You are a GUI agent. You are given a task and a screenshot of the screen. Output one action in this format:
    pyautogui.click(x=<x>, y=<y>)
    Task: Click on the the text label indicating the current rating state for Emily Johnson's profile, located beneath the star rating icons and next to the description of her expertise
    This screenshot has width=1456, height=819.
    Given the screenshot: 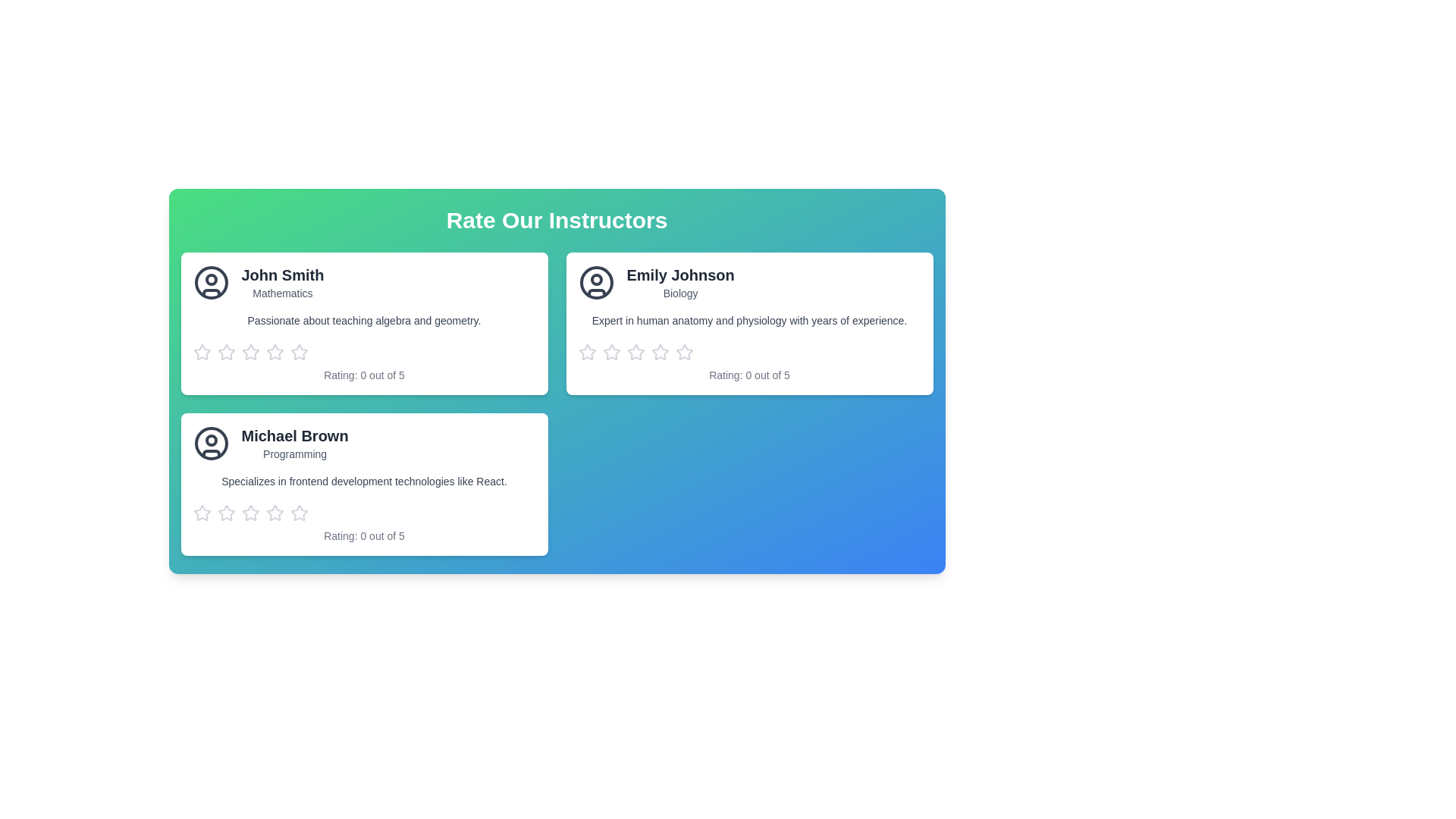 What is the action you would take?
    pyautogui.click(x=749, y=375)
    